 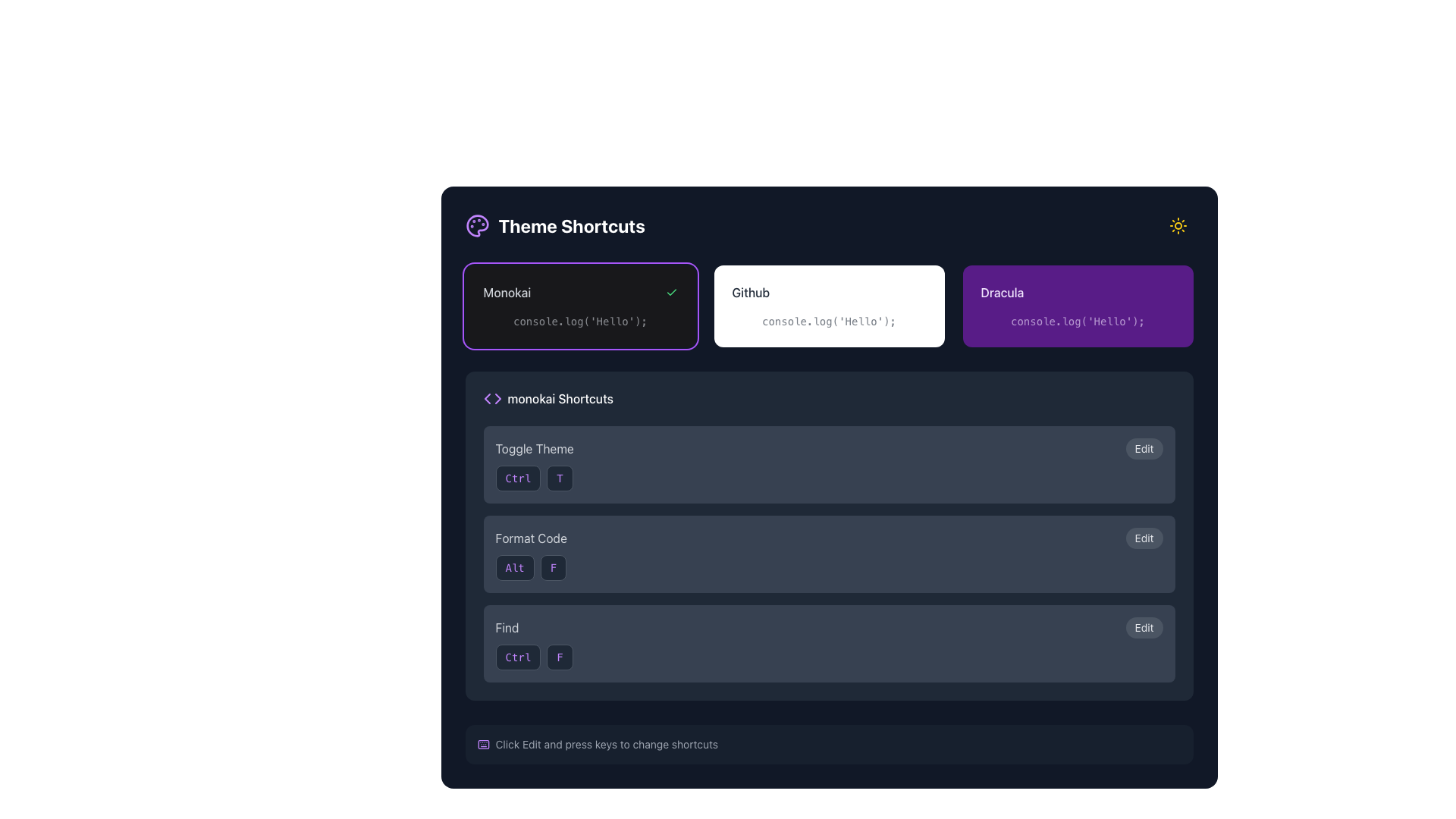 I want to click on the shortcut, so click(x=828, y=628).